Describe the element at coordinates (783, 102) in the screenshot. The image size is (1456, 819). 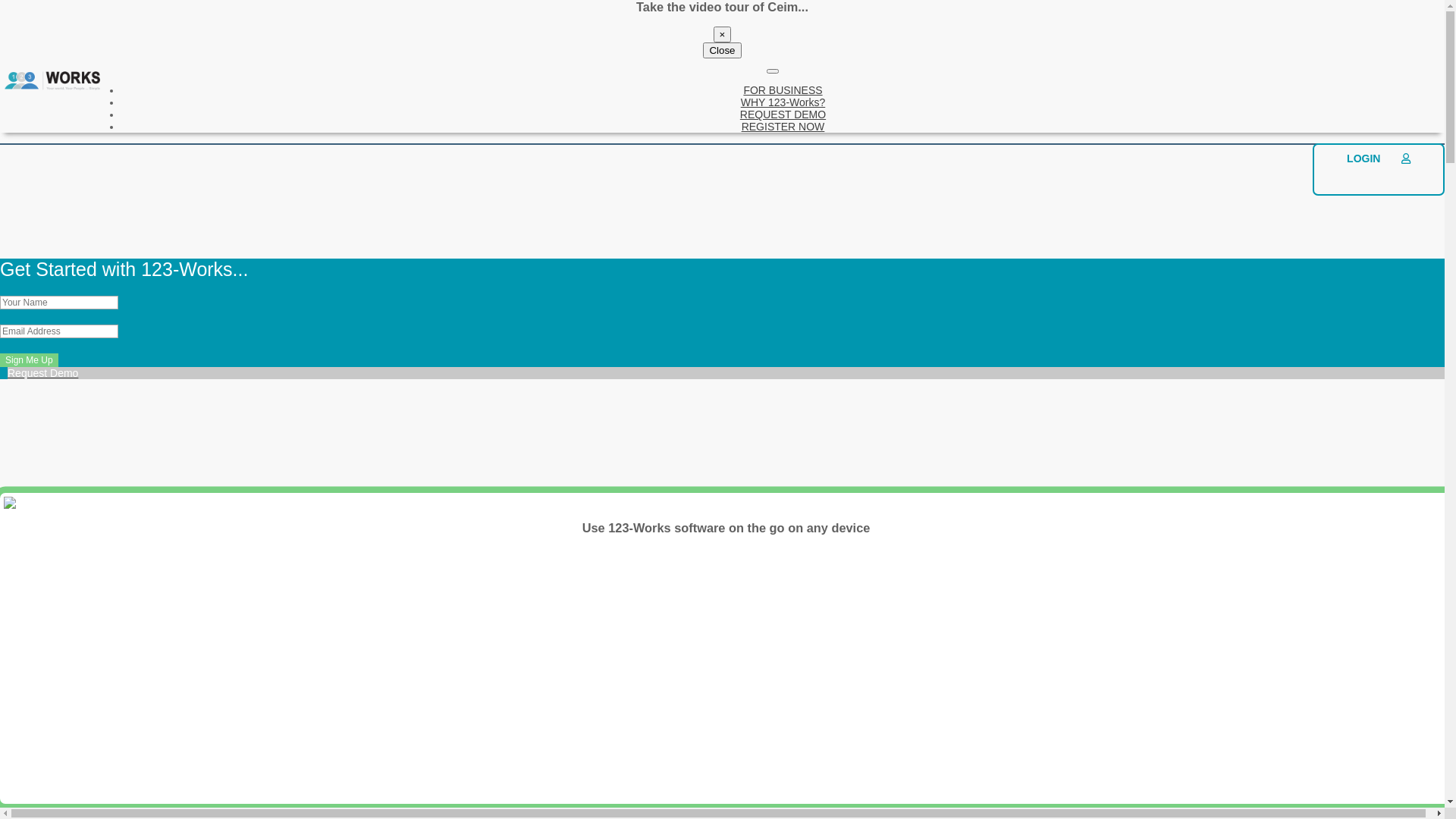
I see `'WHY 123-Works?'` at that location.